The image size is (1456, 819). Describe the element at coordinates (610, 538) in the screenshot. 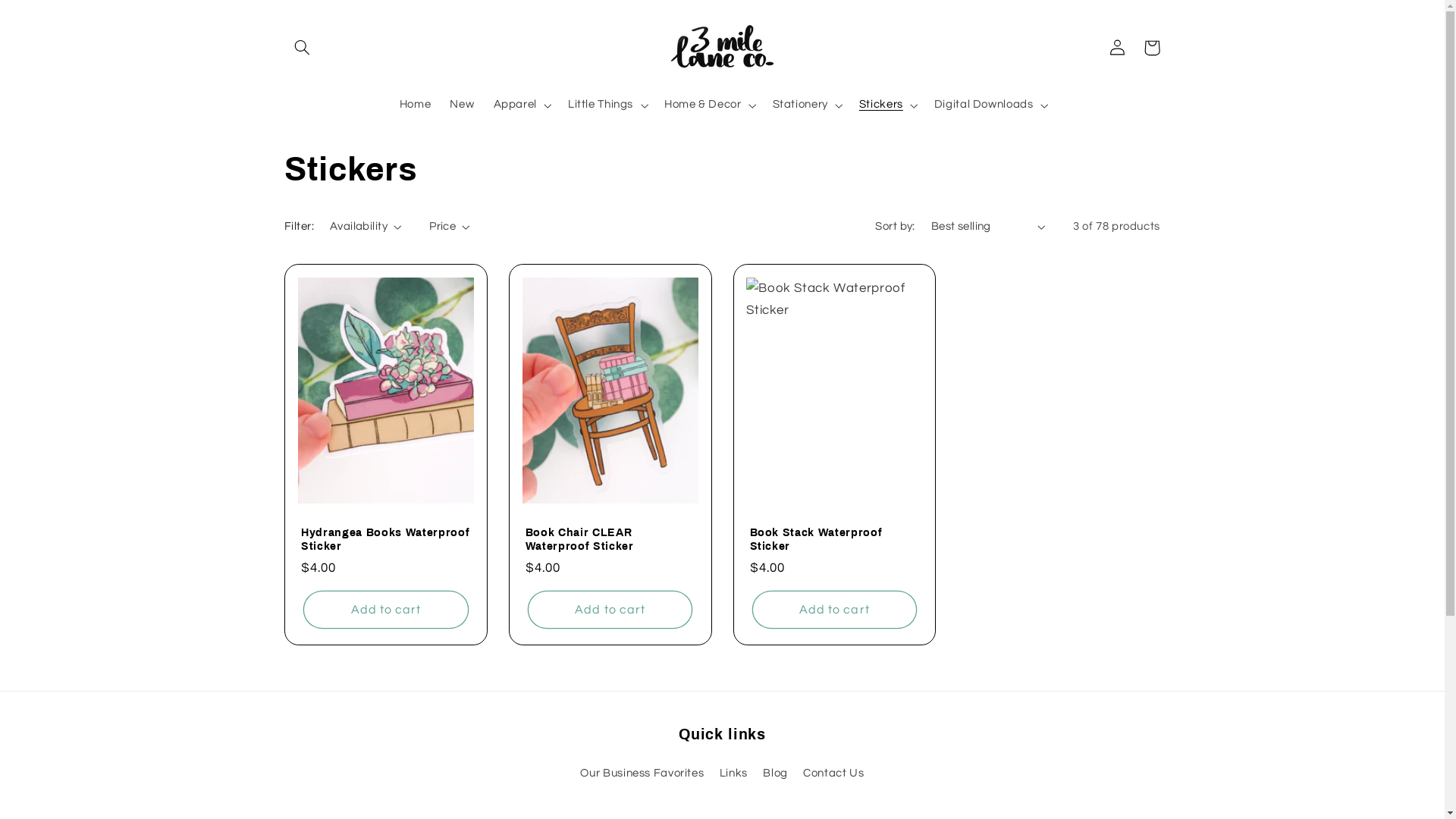

I see `'Book Chair CLEAR Waterproof Sticker'` at that location.